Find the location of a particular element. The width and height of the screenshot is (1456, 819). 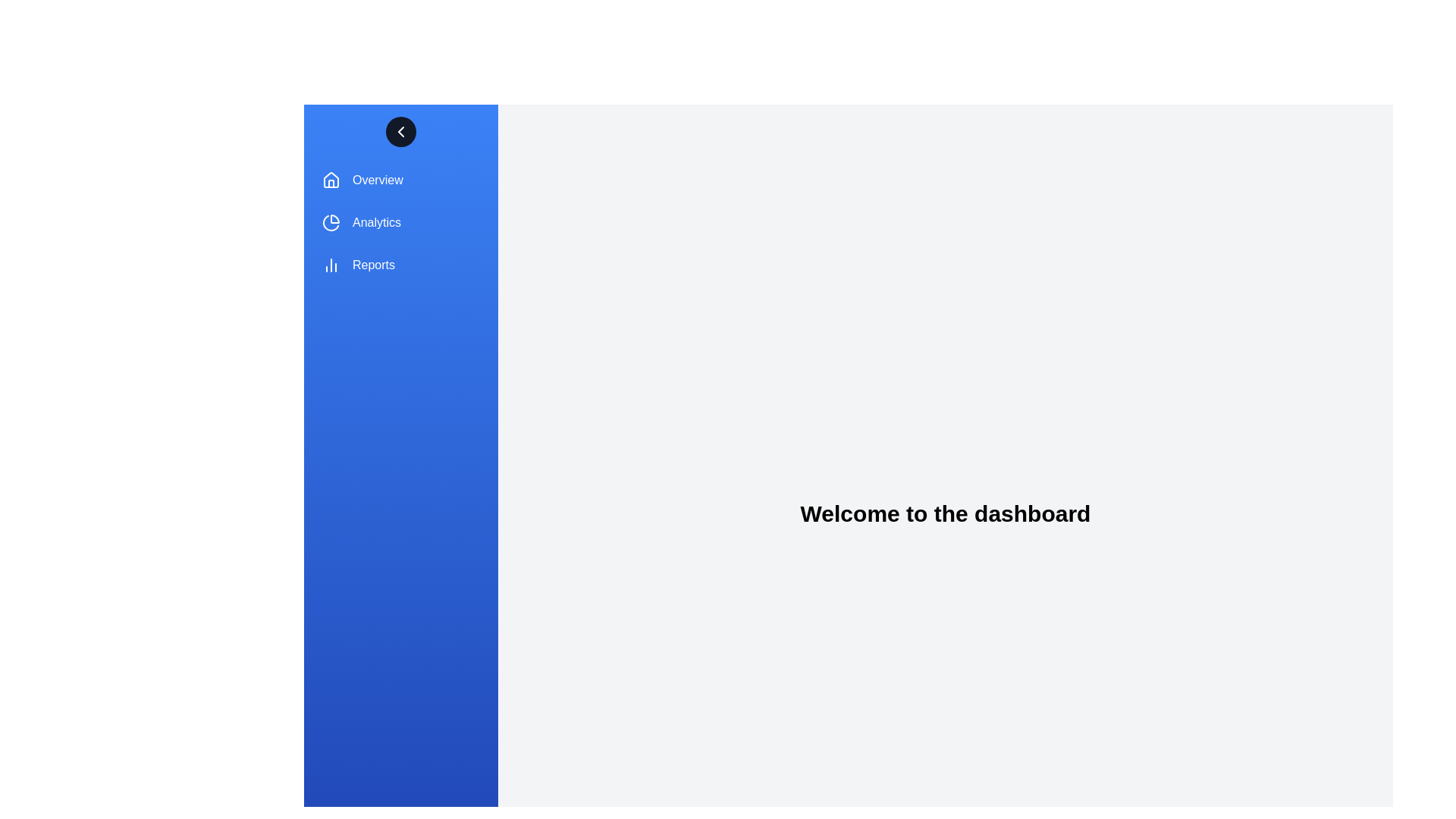

the menu item labeled Reports is located at coordinates (400, 265).